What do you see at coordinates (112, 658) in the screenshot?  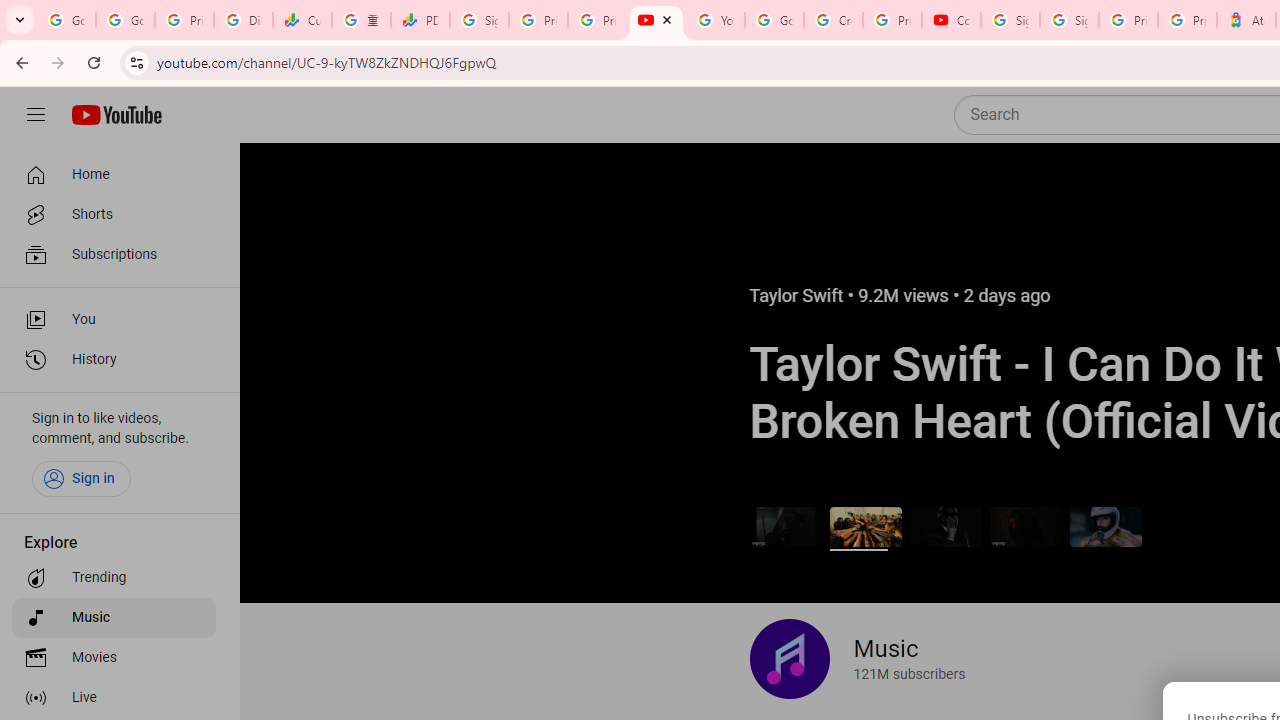 I see `'Movies'` at bounding box center [112, 658].